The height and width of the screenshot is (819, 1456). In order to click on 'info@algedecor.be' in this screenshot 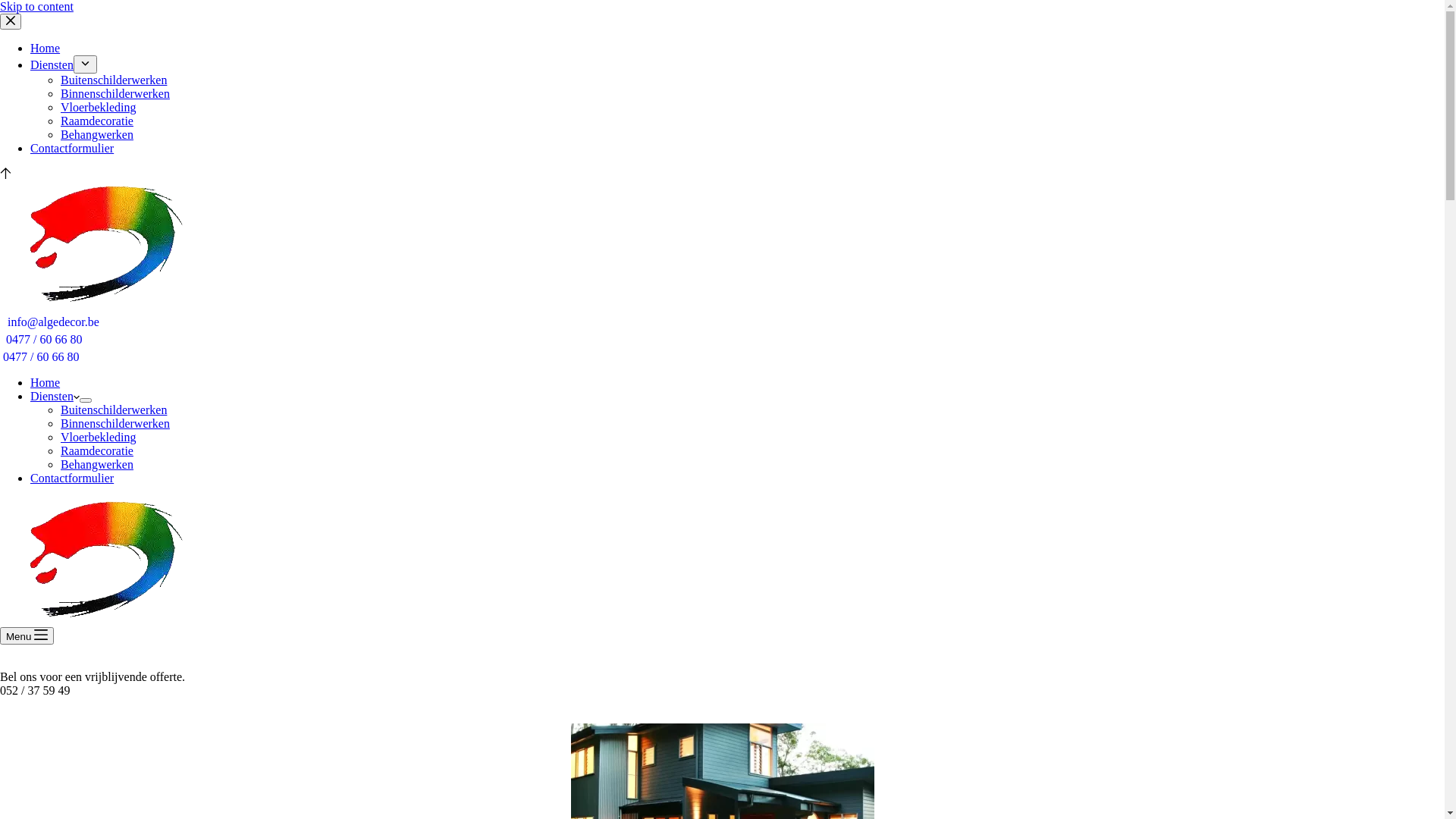, I will do `click(53, 321)`.